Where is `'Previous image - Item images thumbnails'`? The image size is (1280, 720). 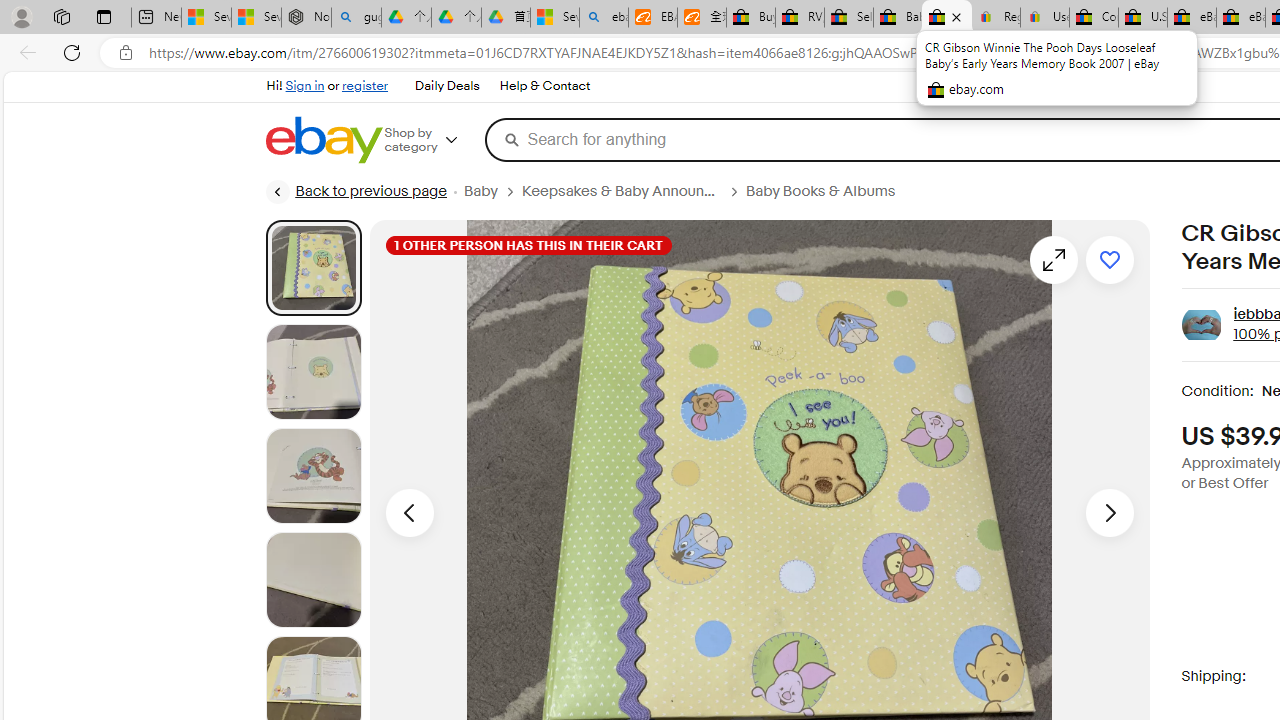
'Previous image - Item images thumbnails' is located at coordinates (408, 511).